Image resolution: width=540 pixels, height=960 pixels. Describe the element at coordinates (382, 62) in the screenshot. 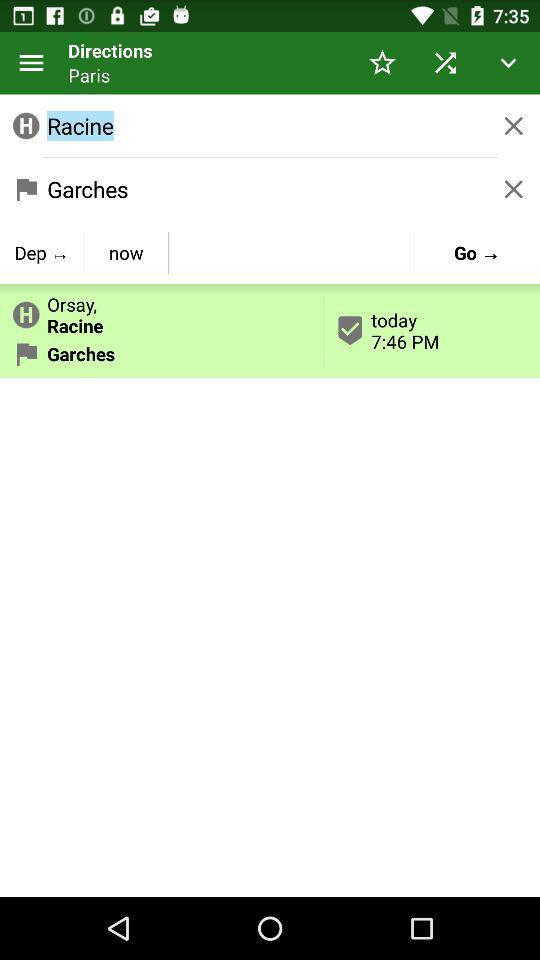

I see `item above the racine icon` at that location.